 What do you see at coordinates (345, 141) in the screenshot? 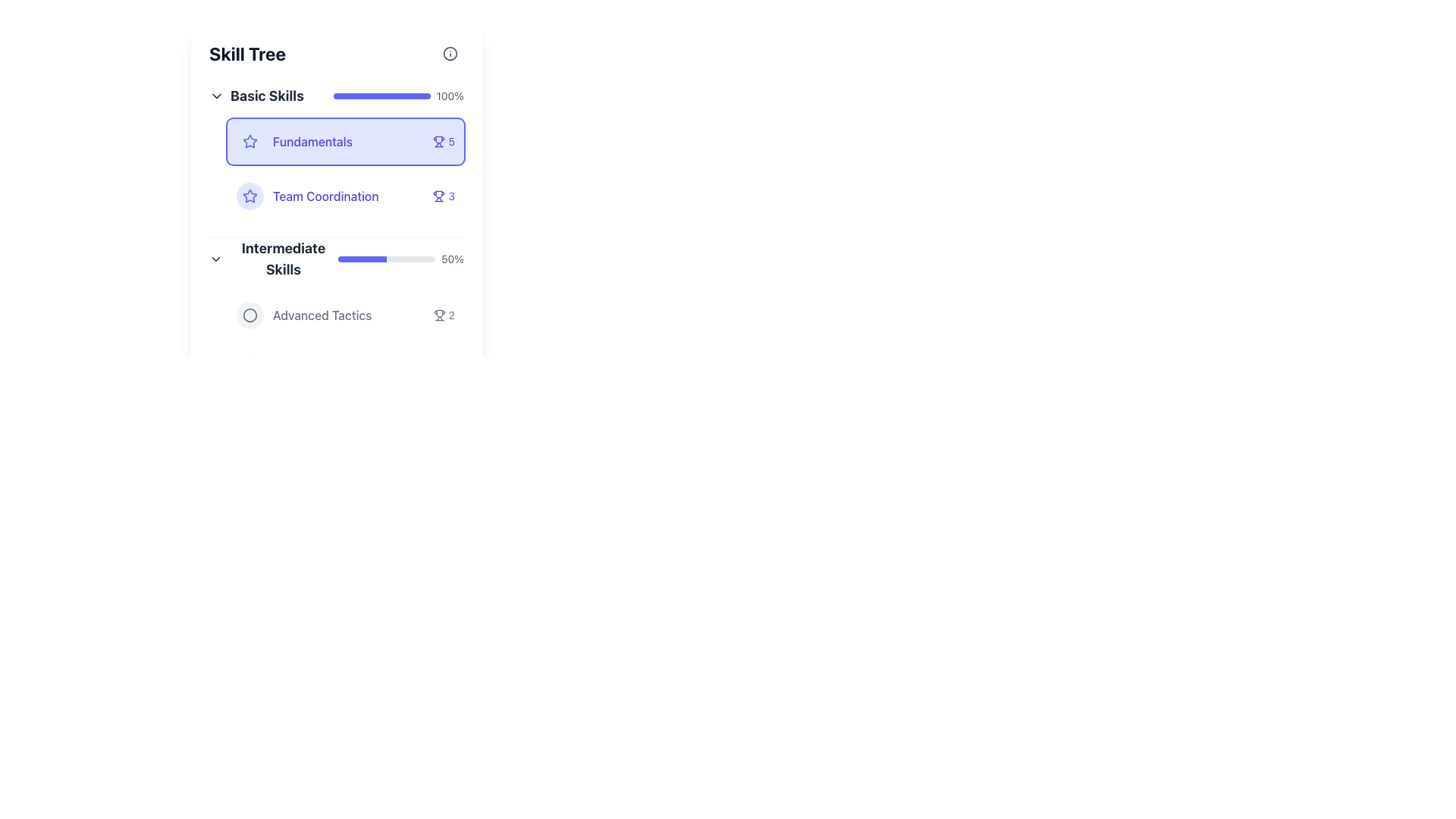
I see `the button-like interface element featuring a star icon and the text 'Fundamentals'` at bounding box center [345, 141].